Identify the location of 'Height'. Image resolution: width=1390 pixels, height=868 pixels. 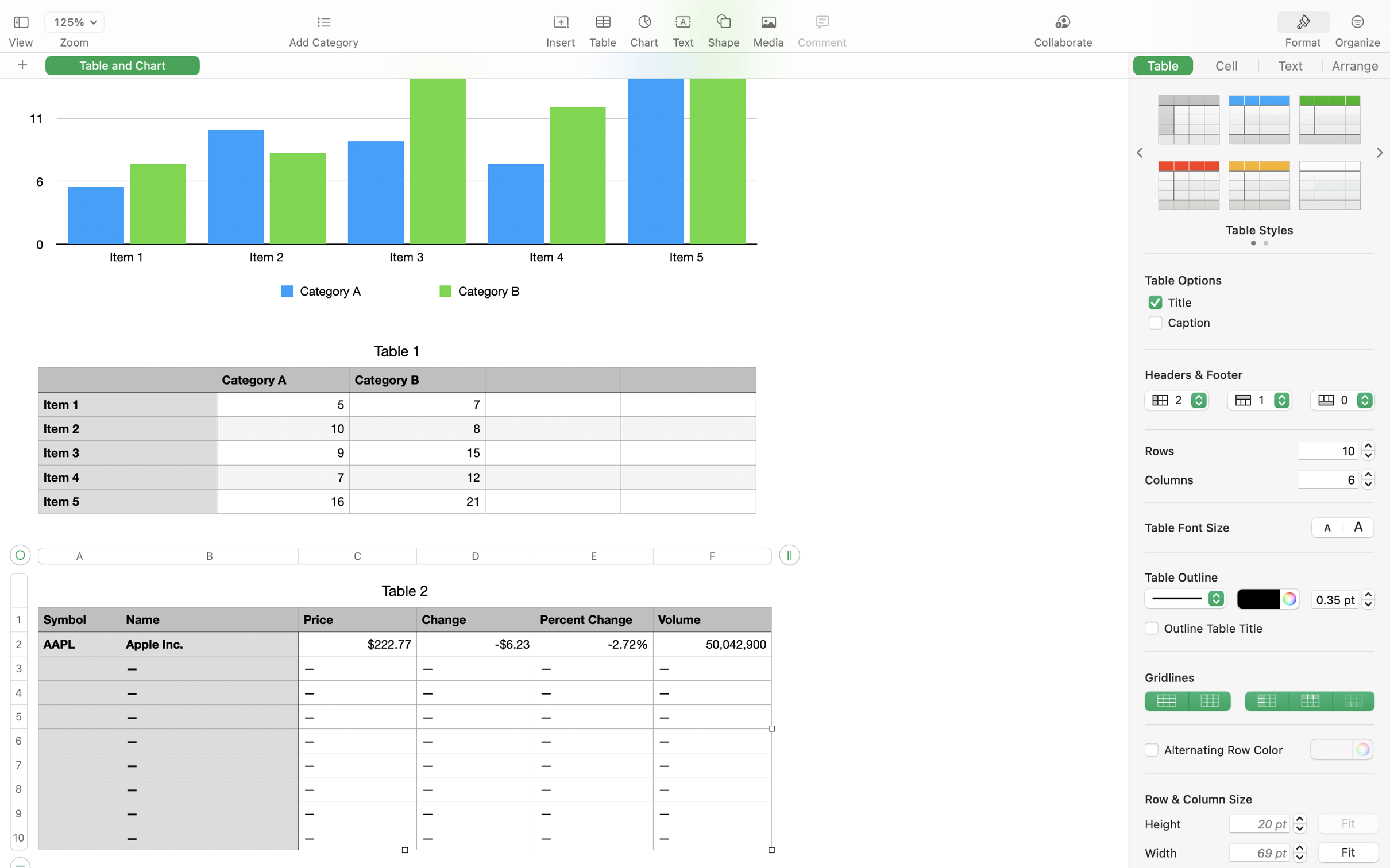
(1184, 823).